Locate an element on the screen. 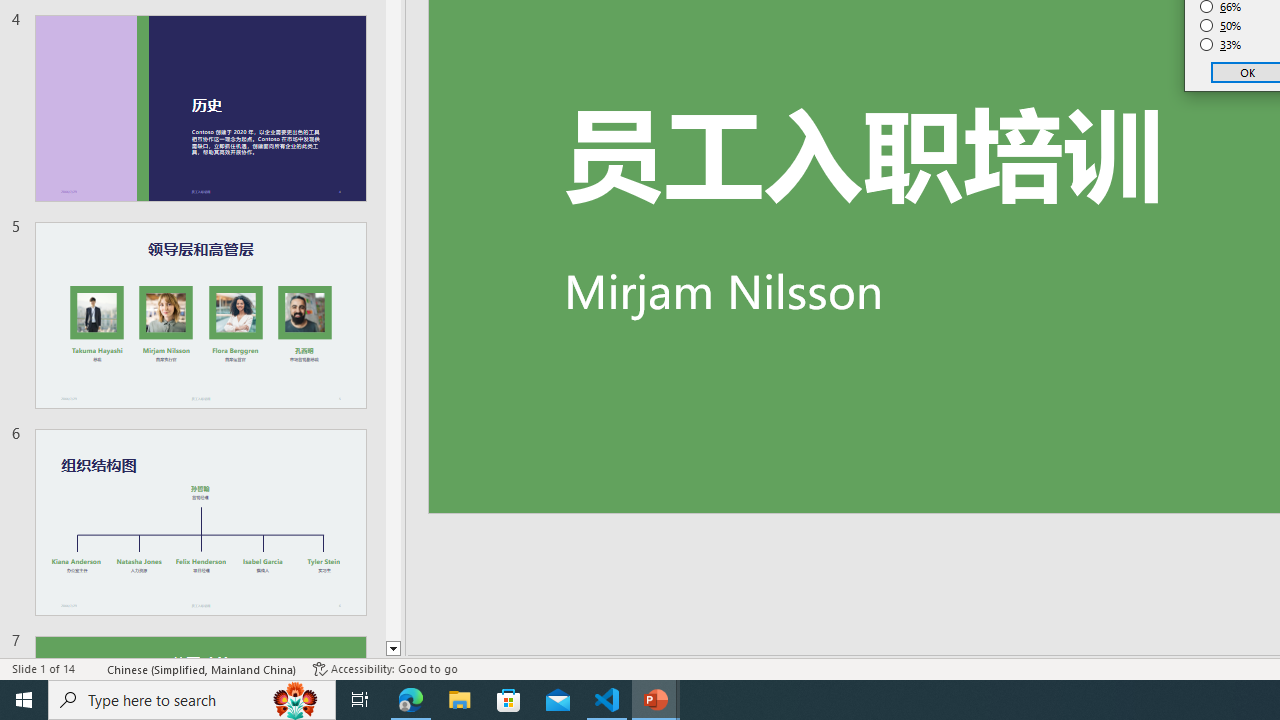  'Microsoft Store' is located at coordinates (509, 698).